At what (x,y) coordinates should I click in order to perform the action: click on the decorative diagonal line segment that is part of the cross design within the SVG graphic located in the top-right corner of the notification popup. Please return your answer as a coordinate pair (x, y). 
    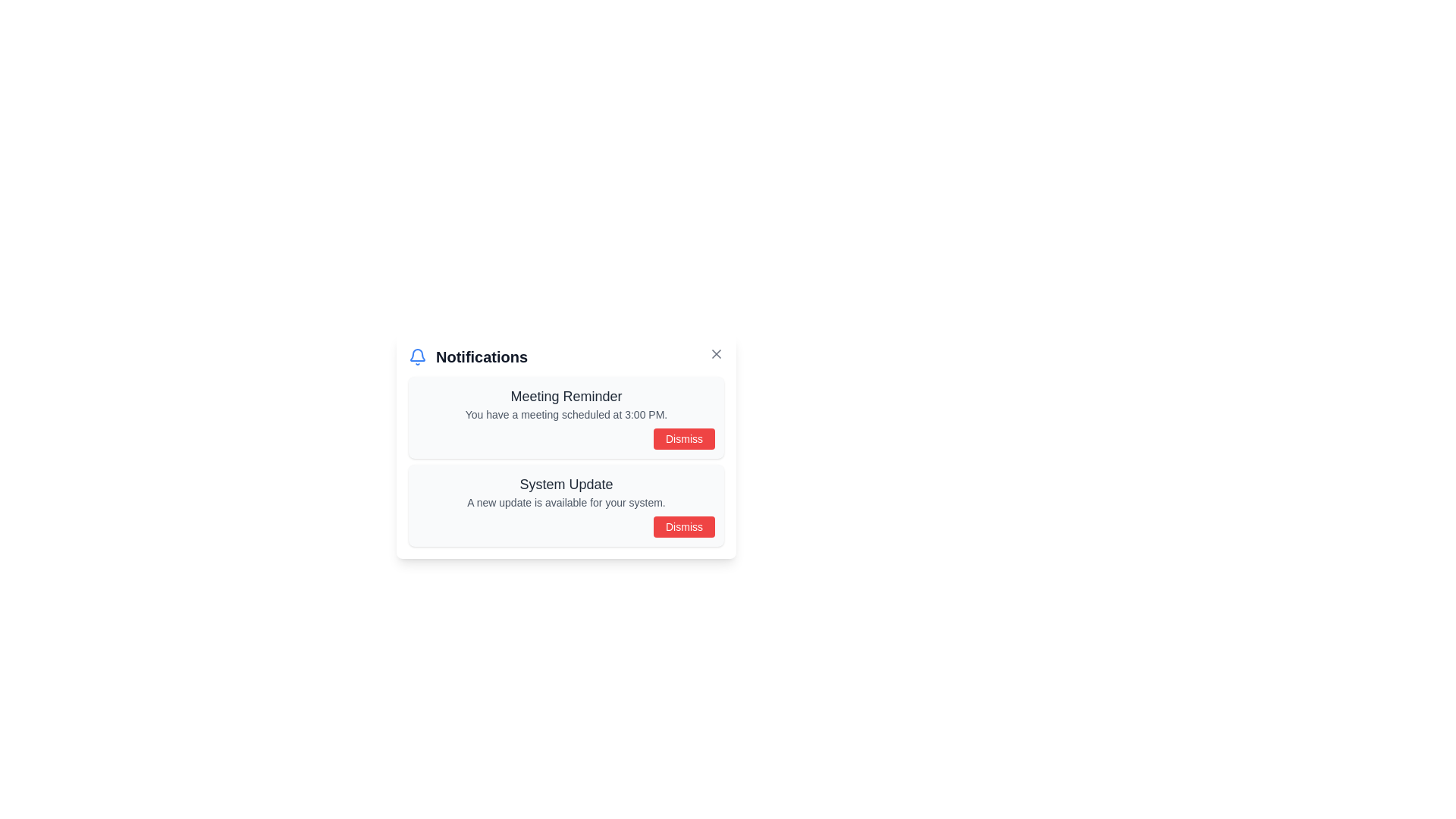
    Looking at the image, I should click on (716, 353).